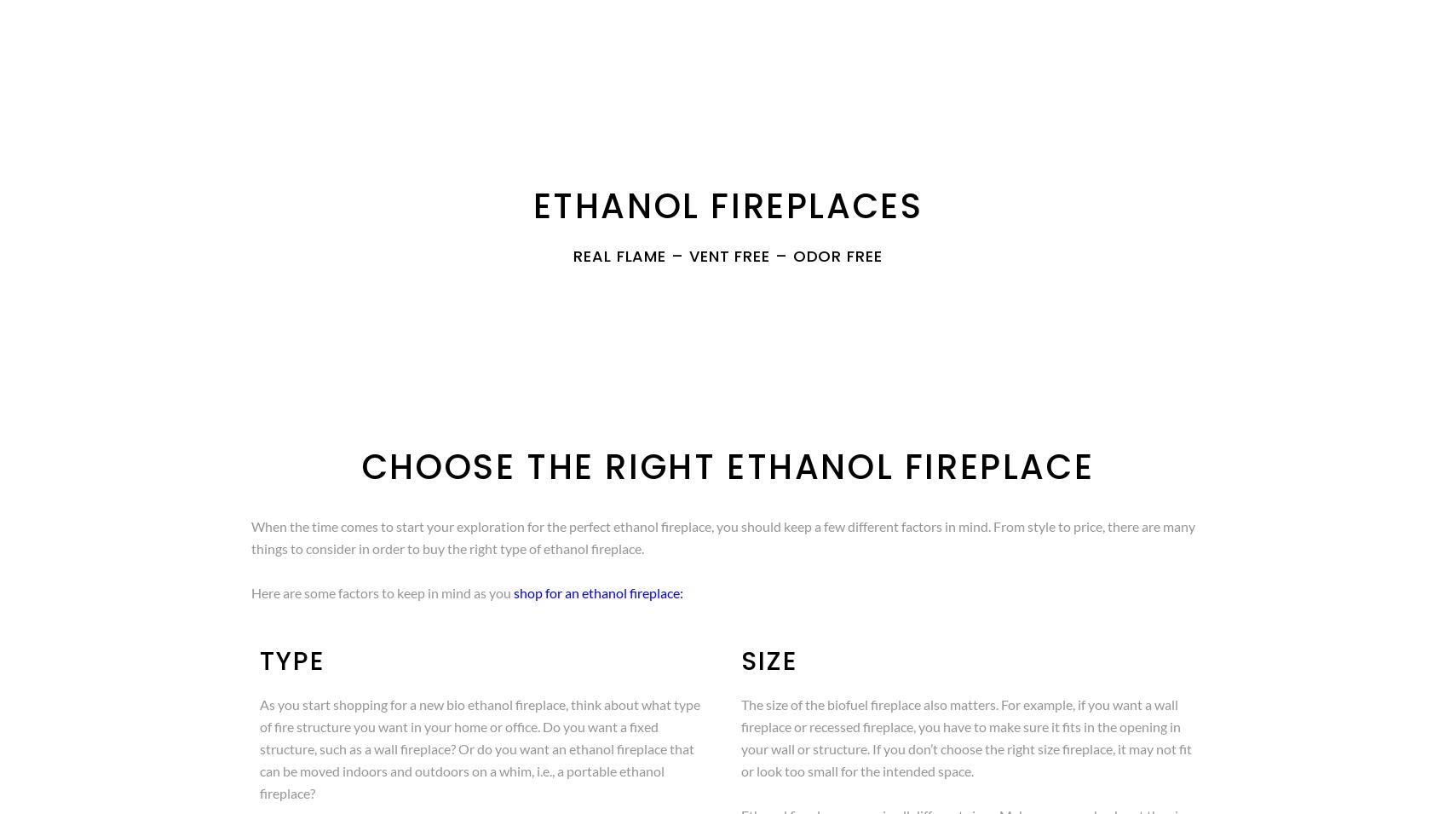  I want to click on 'Real Flame – Vent Free – Odor Free', so click(726, 255).